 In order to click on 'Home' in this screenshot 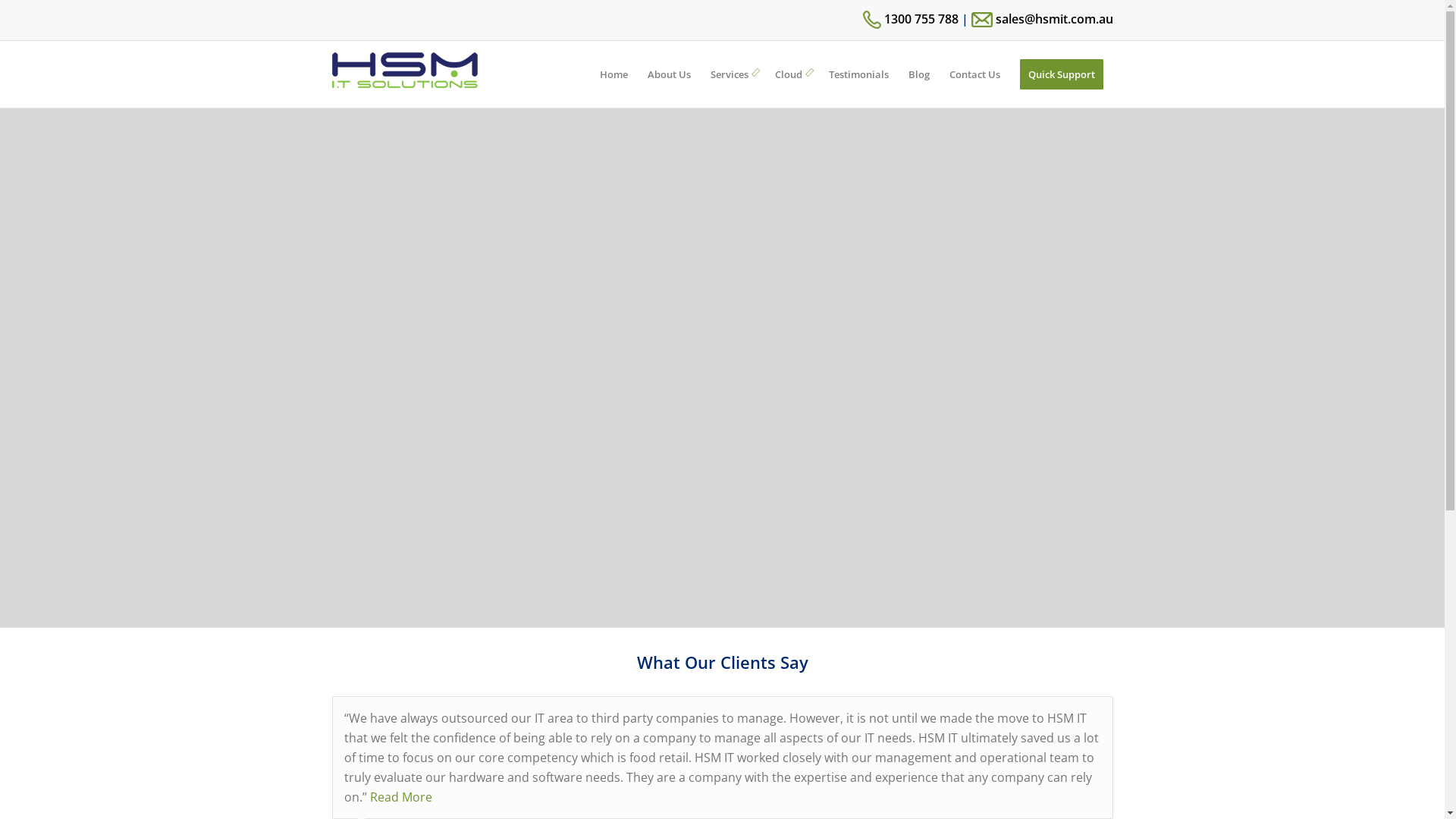, I will do `click(613, 74)`.